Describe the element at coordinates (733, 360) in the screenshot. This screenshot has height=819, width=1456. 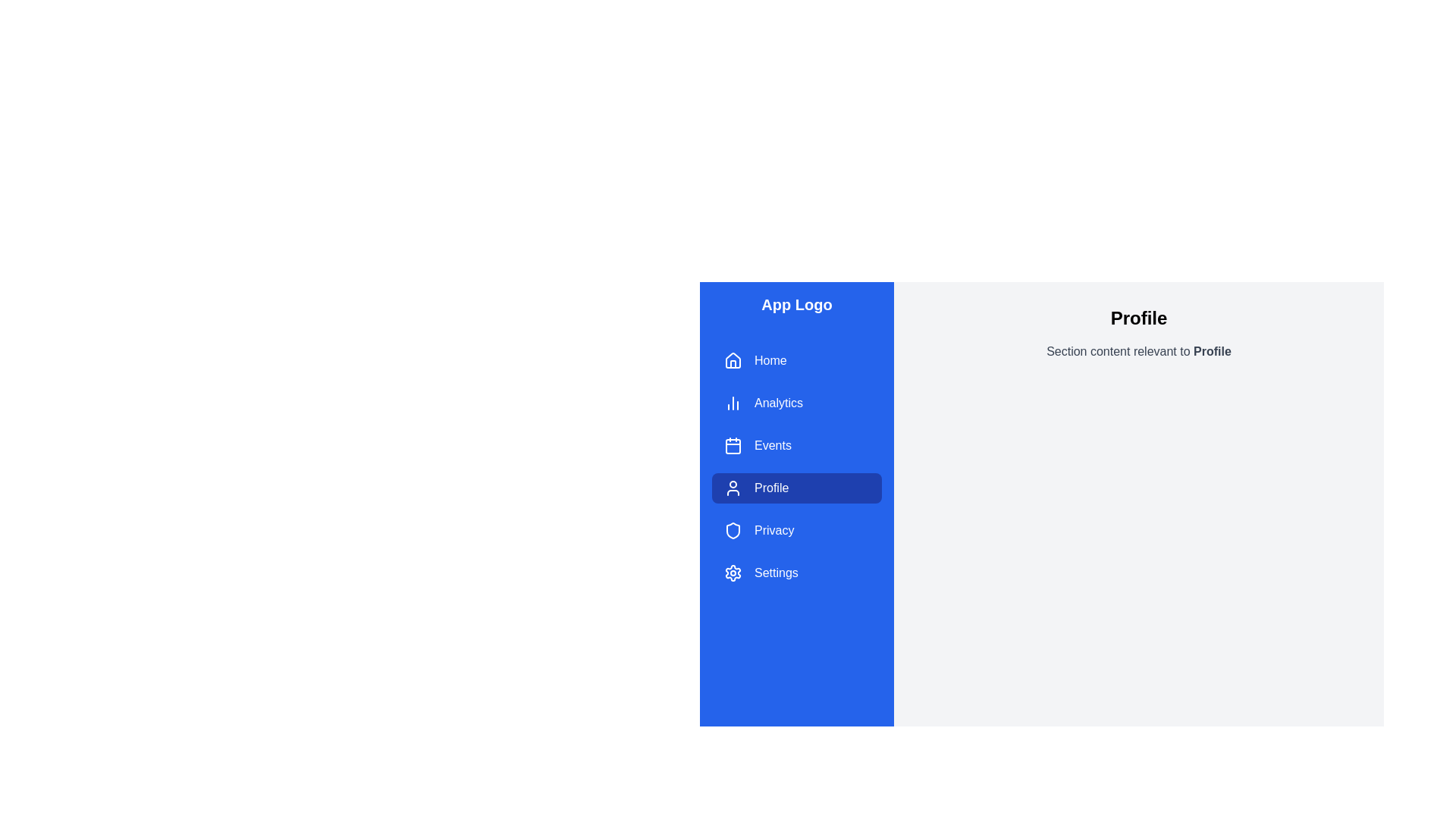
I see `the house-shaped icon in the sidebar navigation` at that location.